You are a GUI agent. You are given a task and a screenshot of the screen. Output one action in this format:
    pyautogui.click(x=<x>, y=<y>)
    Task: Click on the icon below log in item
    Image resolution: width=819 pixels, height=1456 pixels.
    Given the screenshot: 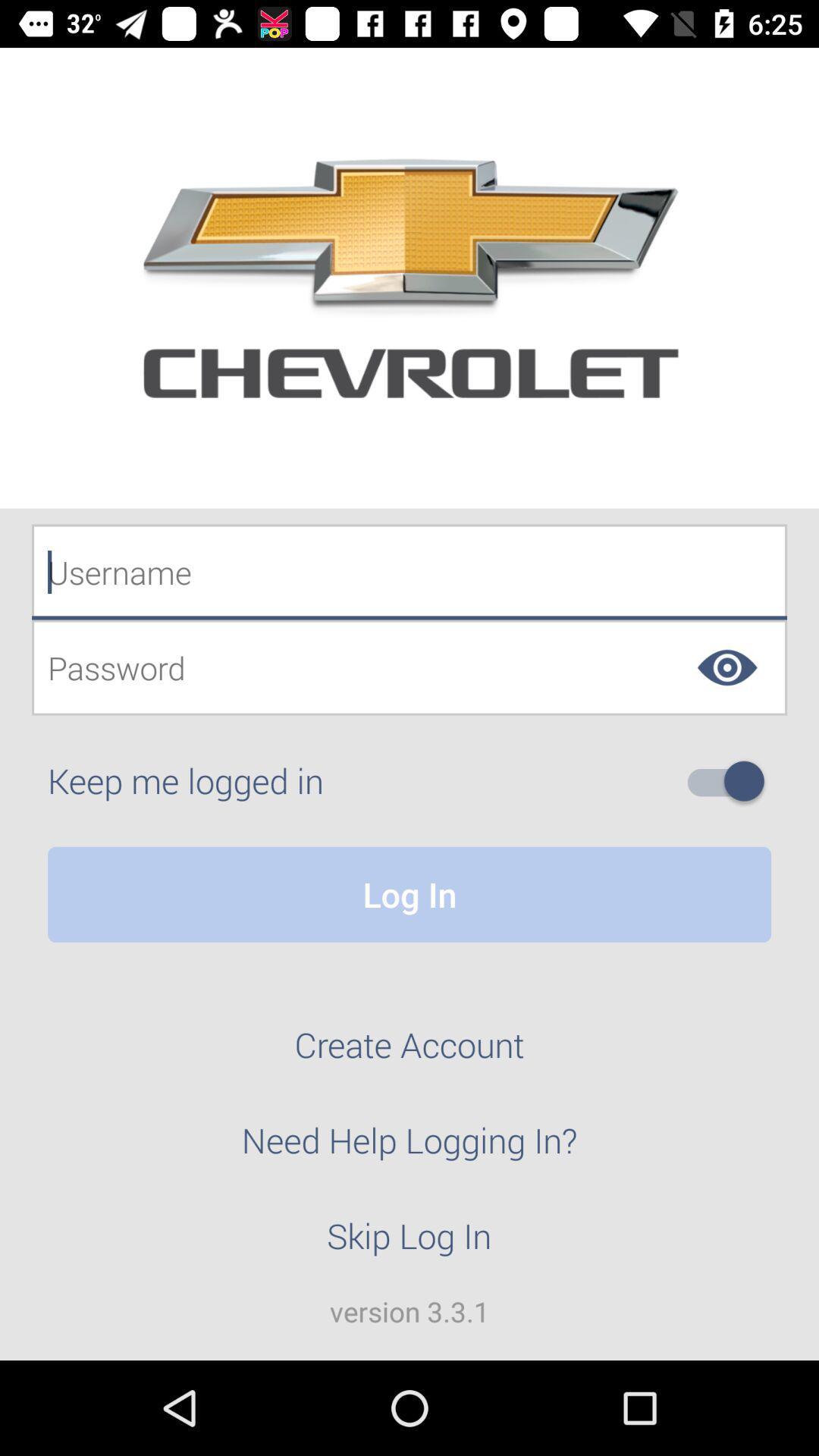 What is the action you would take?
    pyautogui.click(x=409, y=1053)
    